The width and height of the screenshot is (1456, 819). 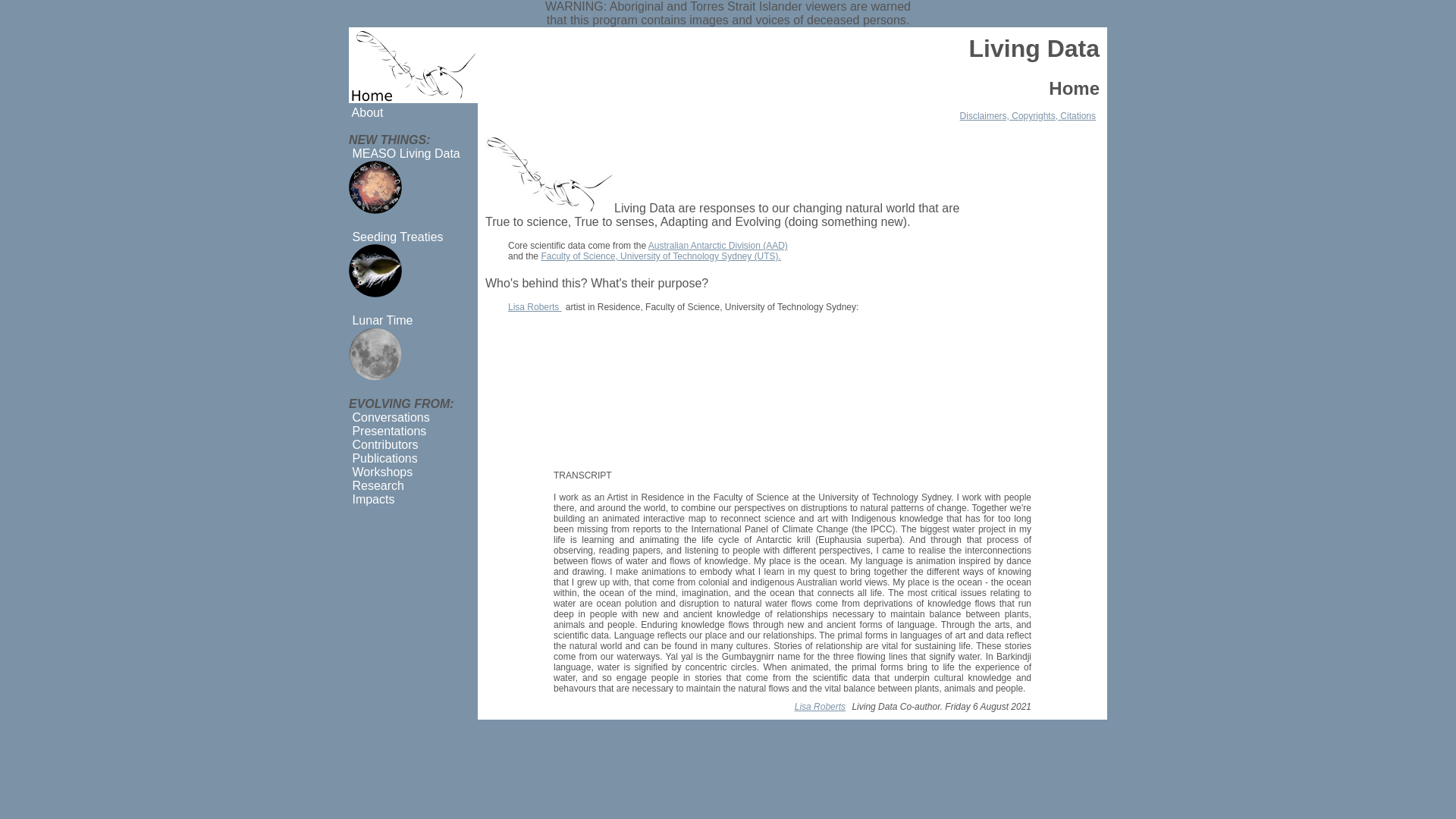 I want to click on 'Australian Antarctic Division (AAD)', so click(x=719, y=245).